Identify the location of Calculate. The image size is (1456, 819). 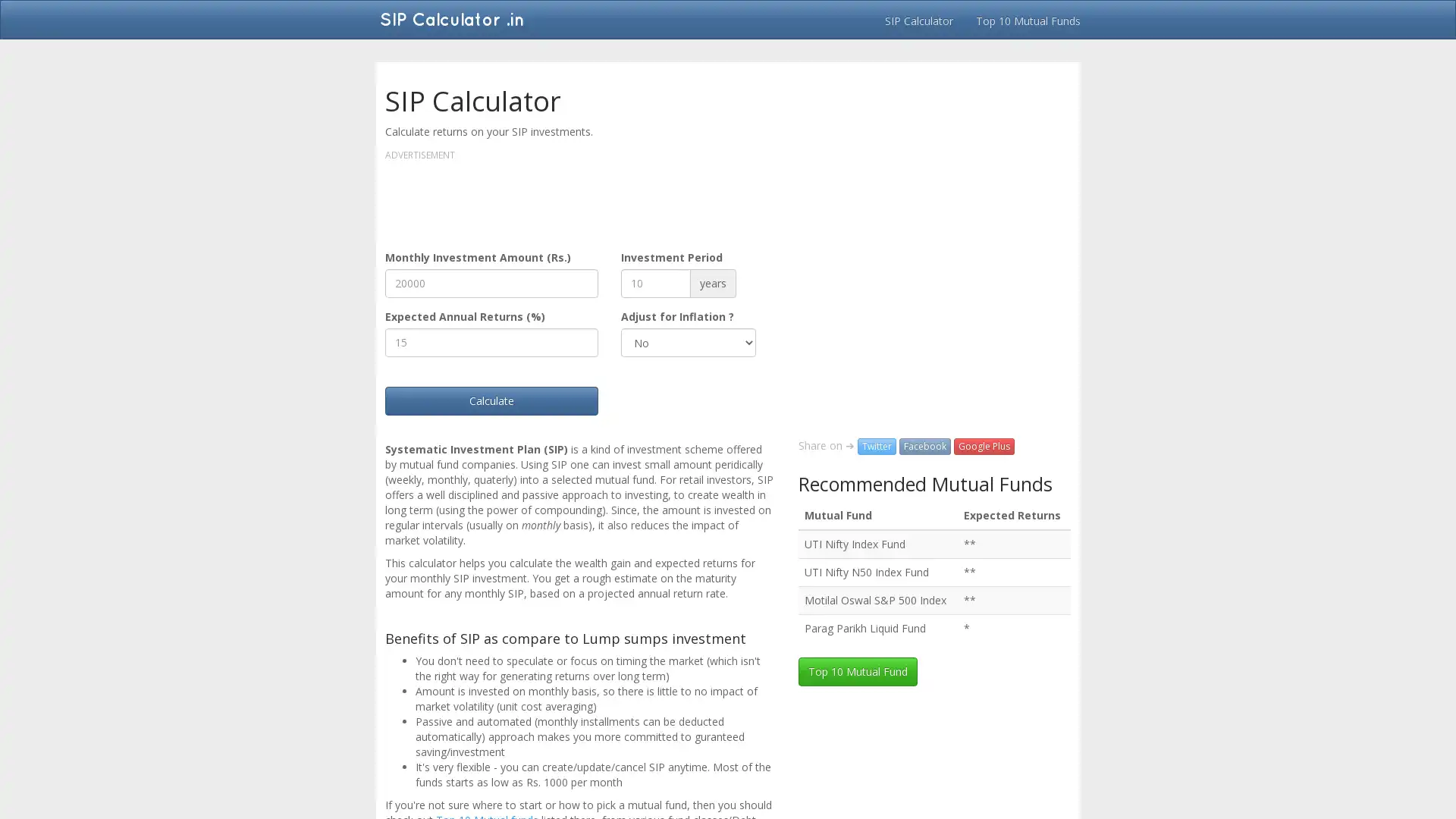
(491, 400).